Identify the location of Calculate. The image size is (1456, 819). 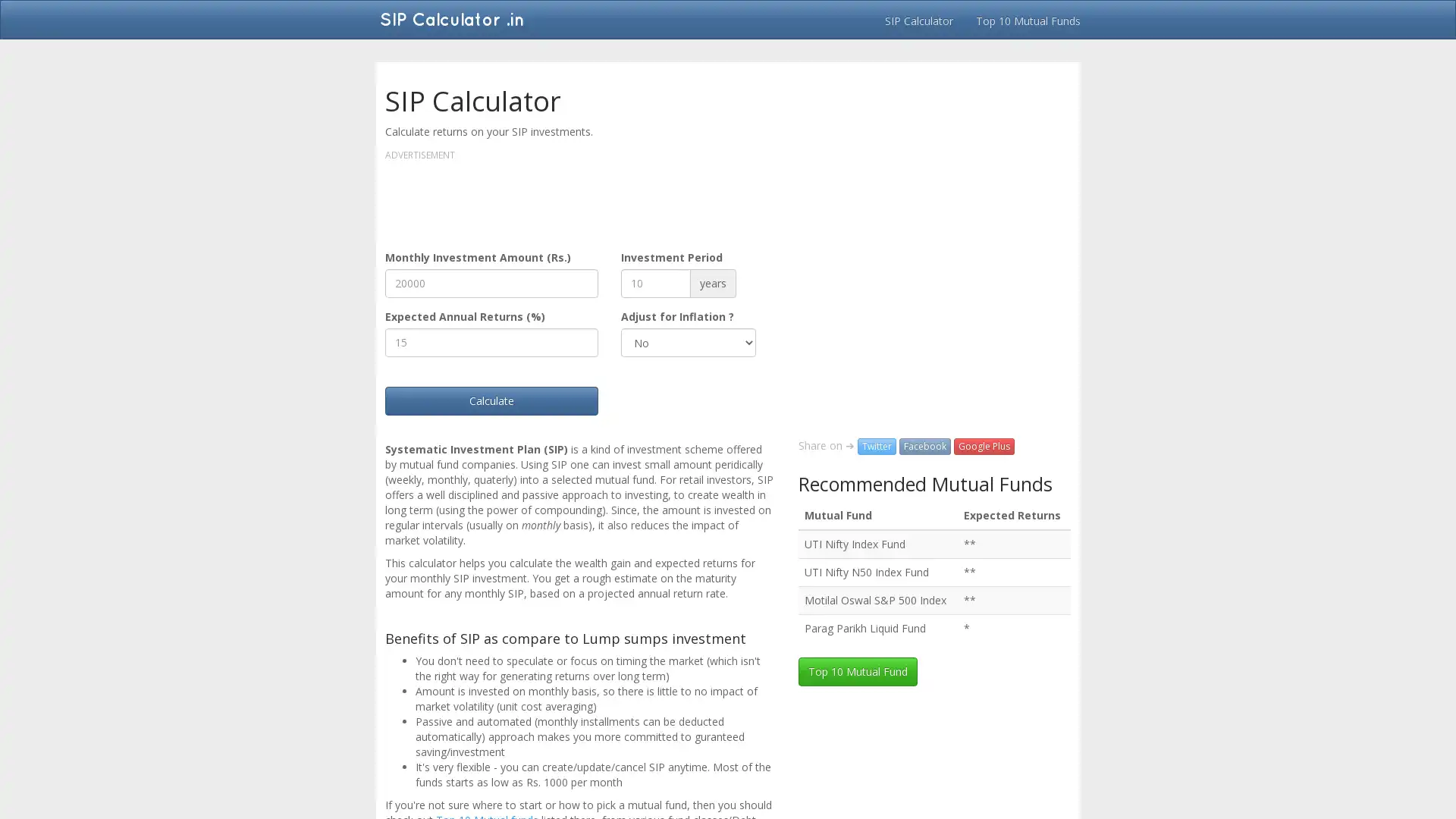
(491, 400).